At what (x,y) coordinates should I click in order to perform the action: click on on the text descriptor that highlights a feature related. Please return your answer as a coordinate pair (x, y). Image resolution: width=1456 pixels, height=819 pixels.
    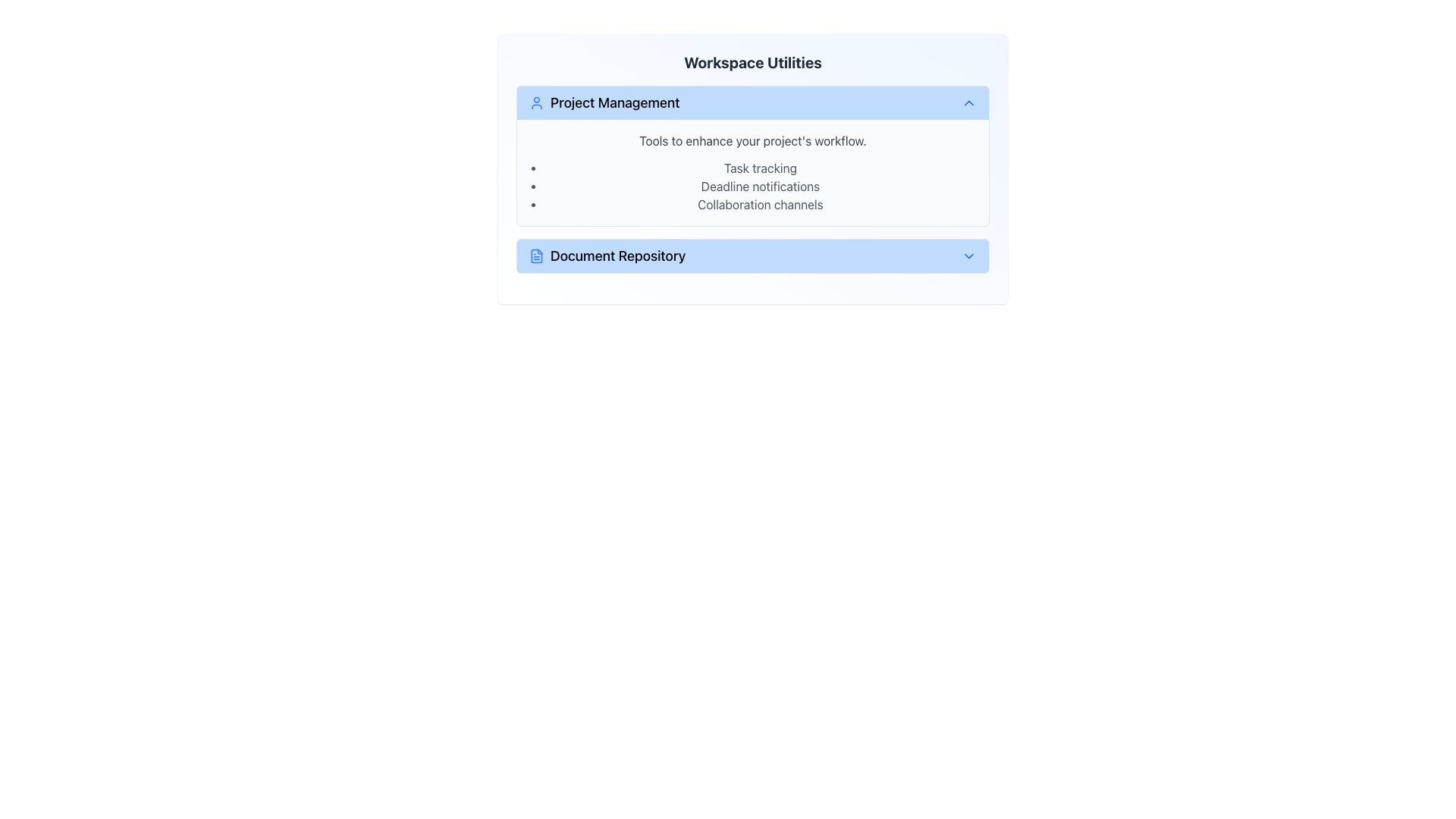
    Looking at the image, I should click on (761, 186).